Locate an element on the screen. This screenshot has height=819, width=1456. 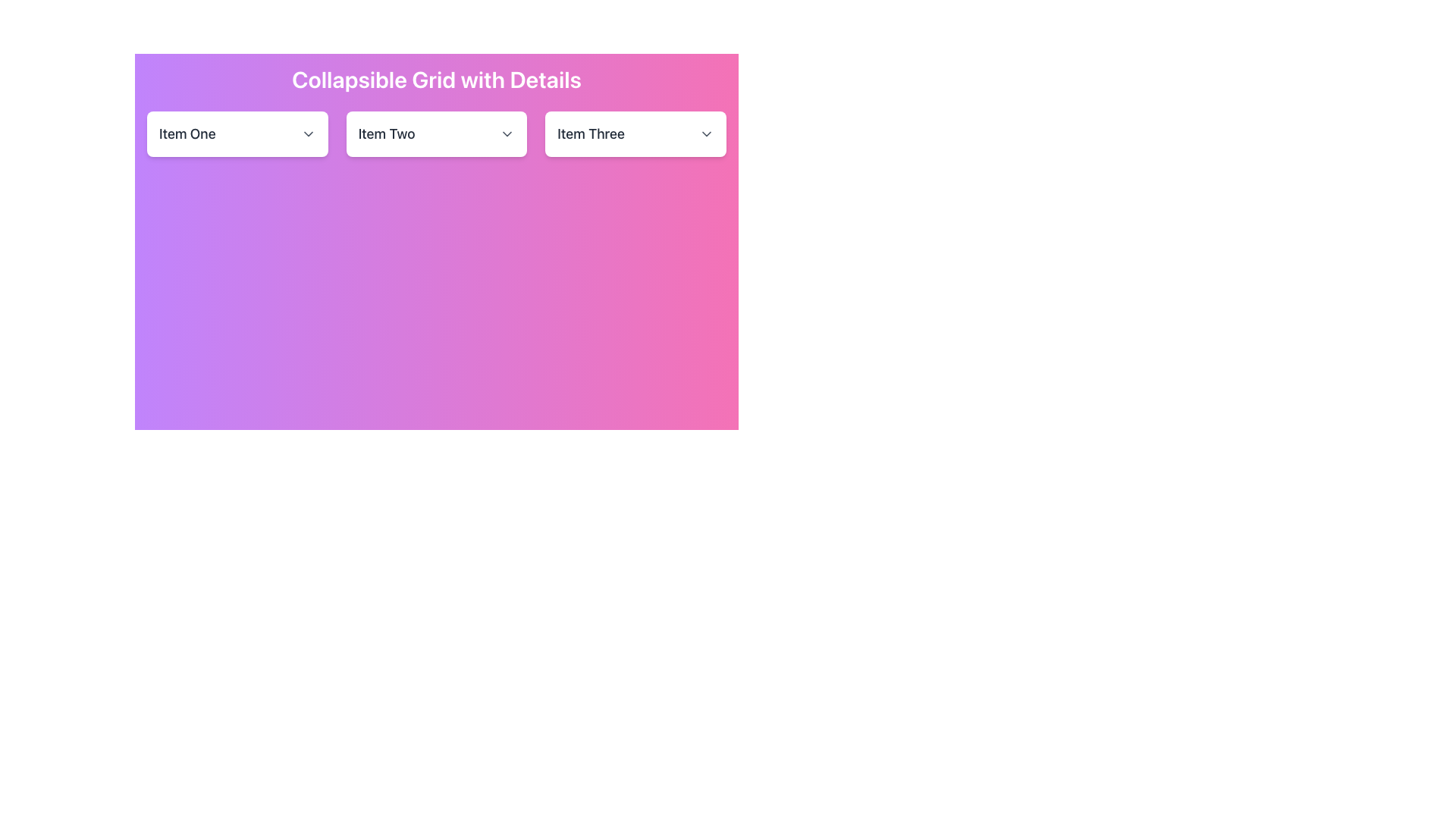
the Dropdown Menu Item labeled 'Item One' is located at coordinates (237, 133).